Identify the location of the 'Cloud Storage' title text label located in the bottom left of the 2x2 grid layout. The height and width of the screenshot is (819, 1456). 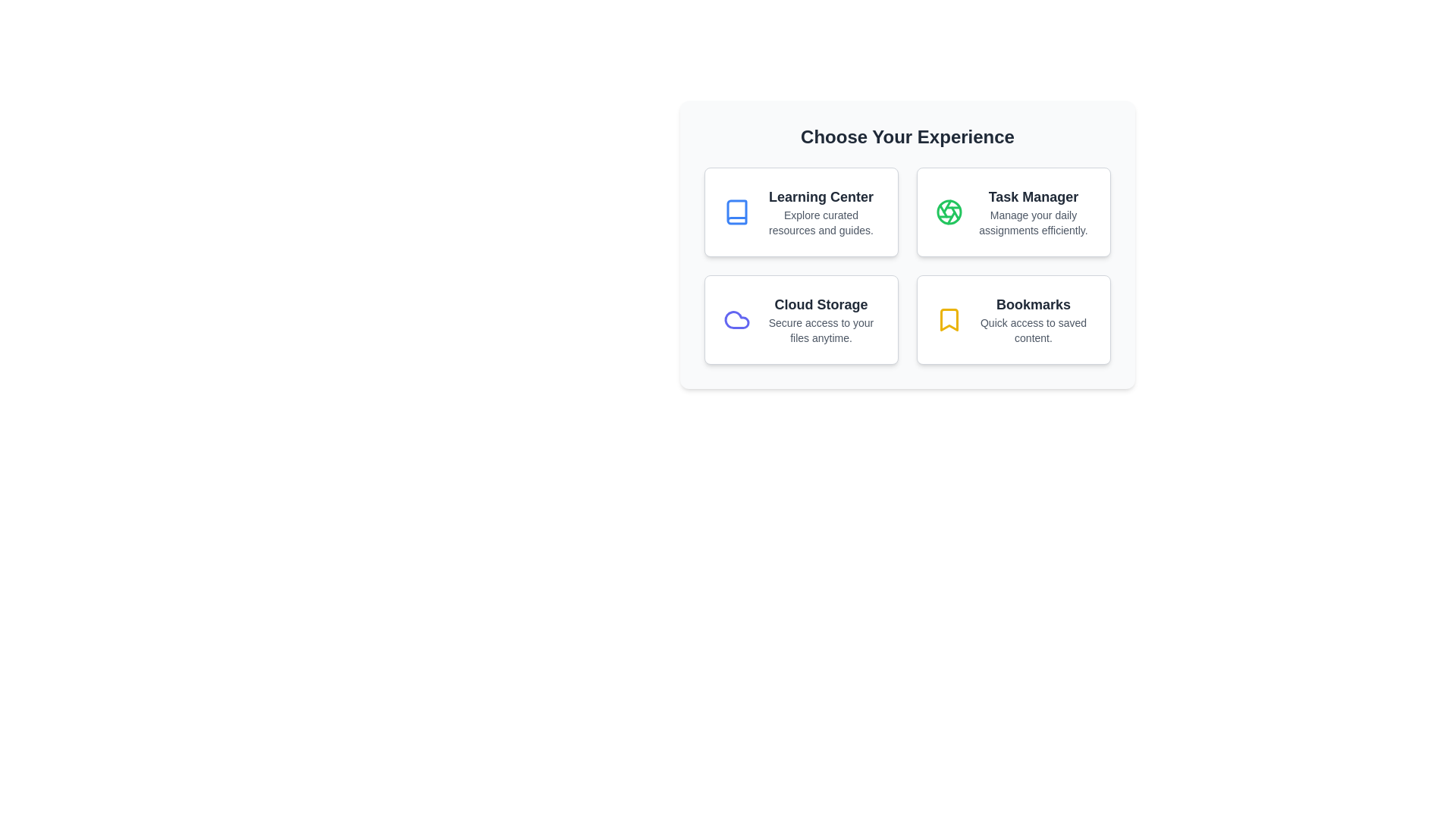
(821, 304).